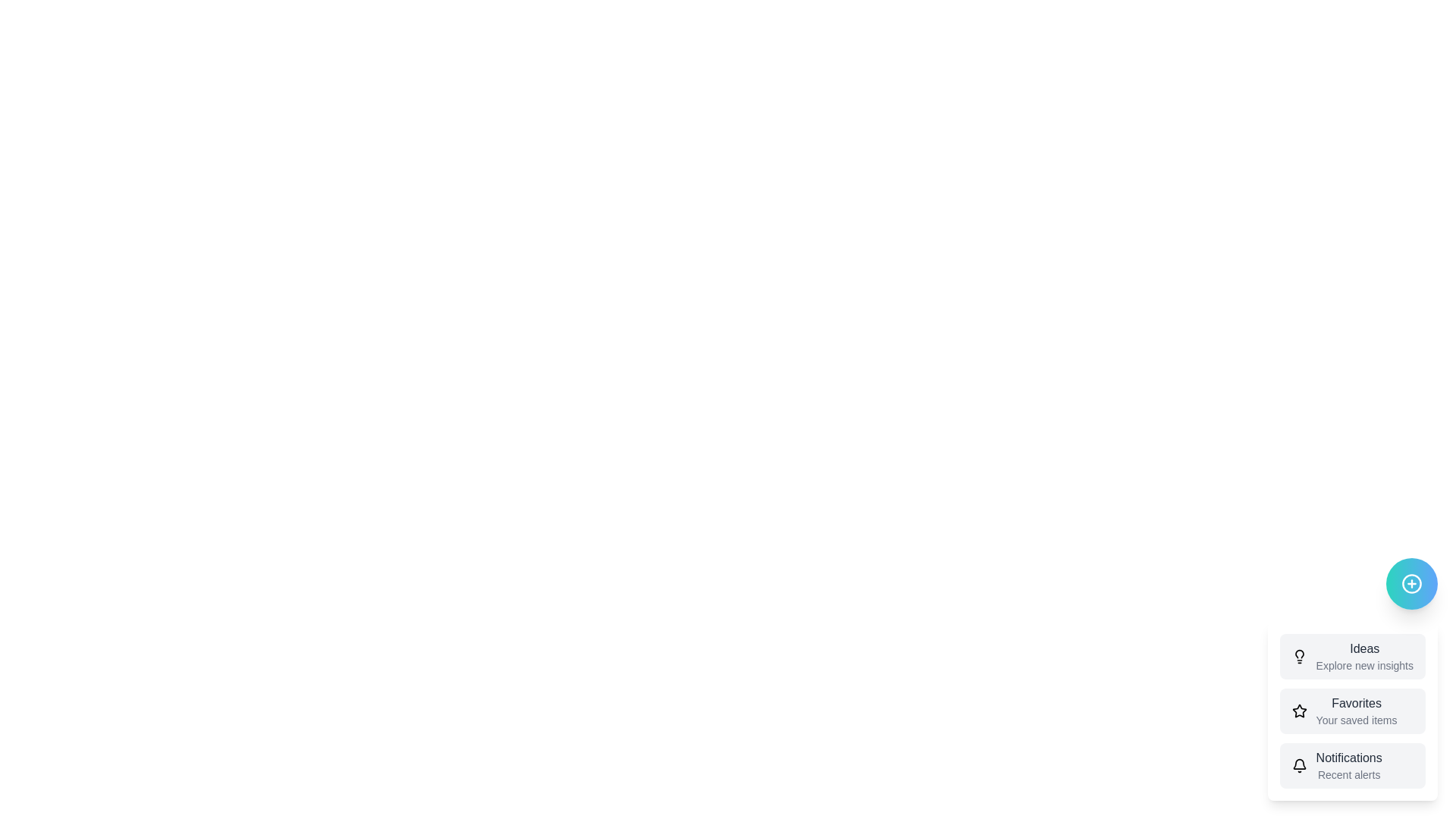 The image size is (1456, 819). What do you see at coordinates (1298, 764) in the screenshot?
I see `the Bell Notification Symbol icon located at the bottom right corner of the interface, which indicates the presence of new messages or alerts` at bounding box center [1298, 764].